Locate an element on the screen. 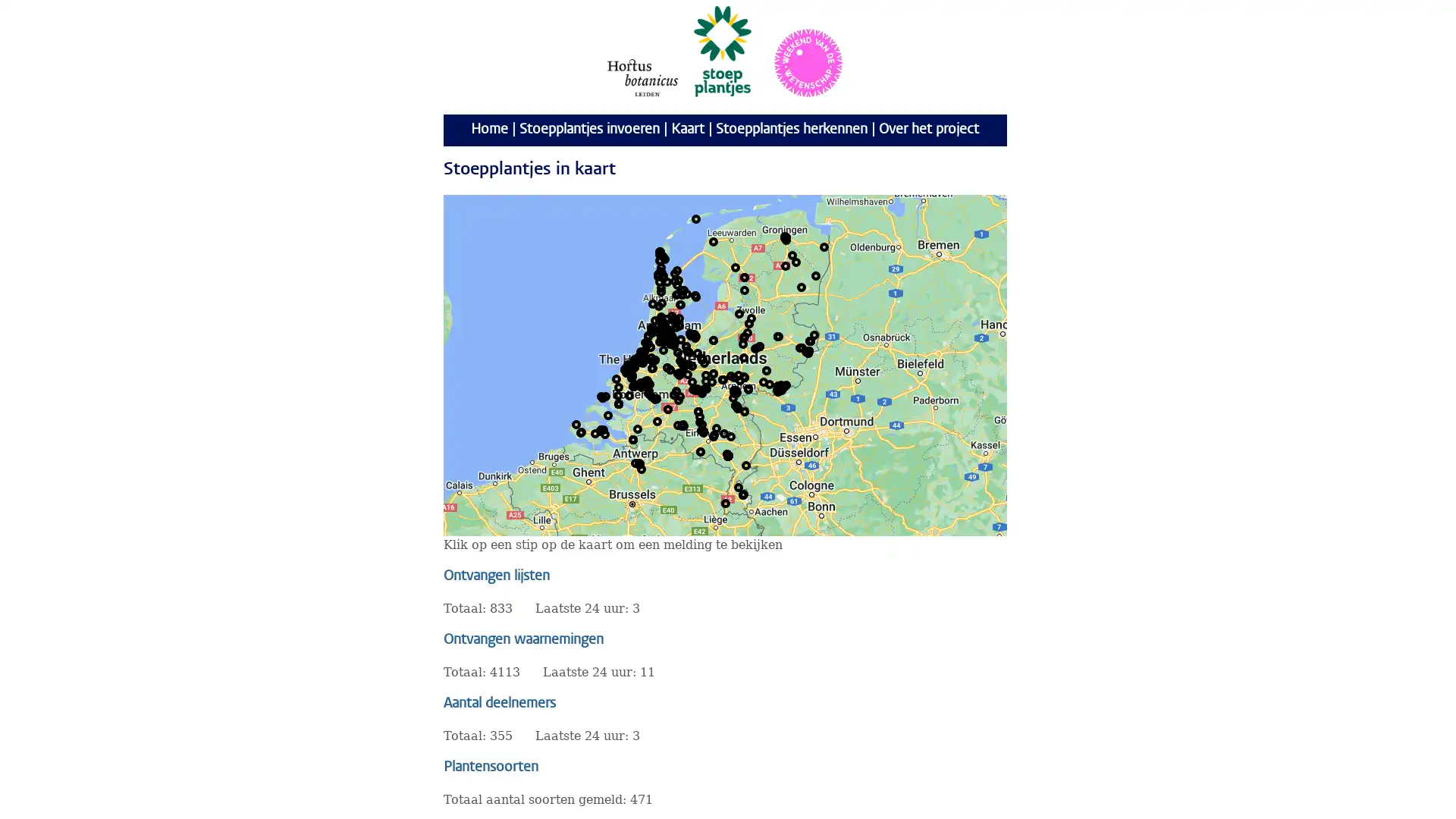  Telling van Christien Janson op 01 juni 2022 is located at coordinates (689, 332).